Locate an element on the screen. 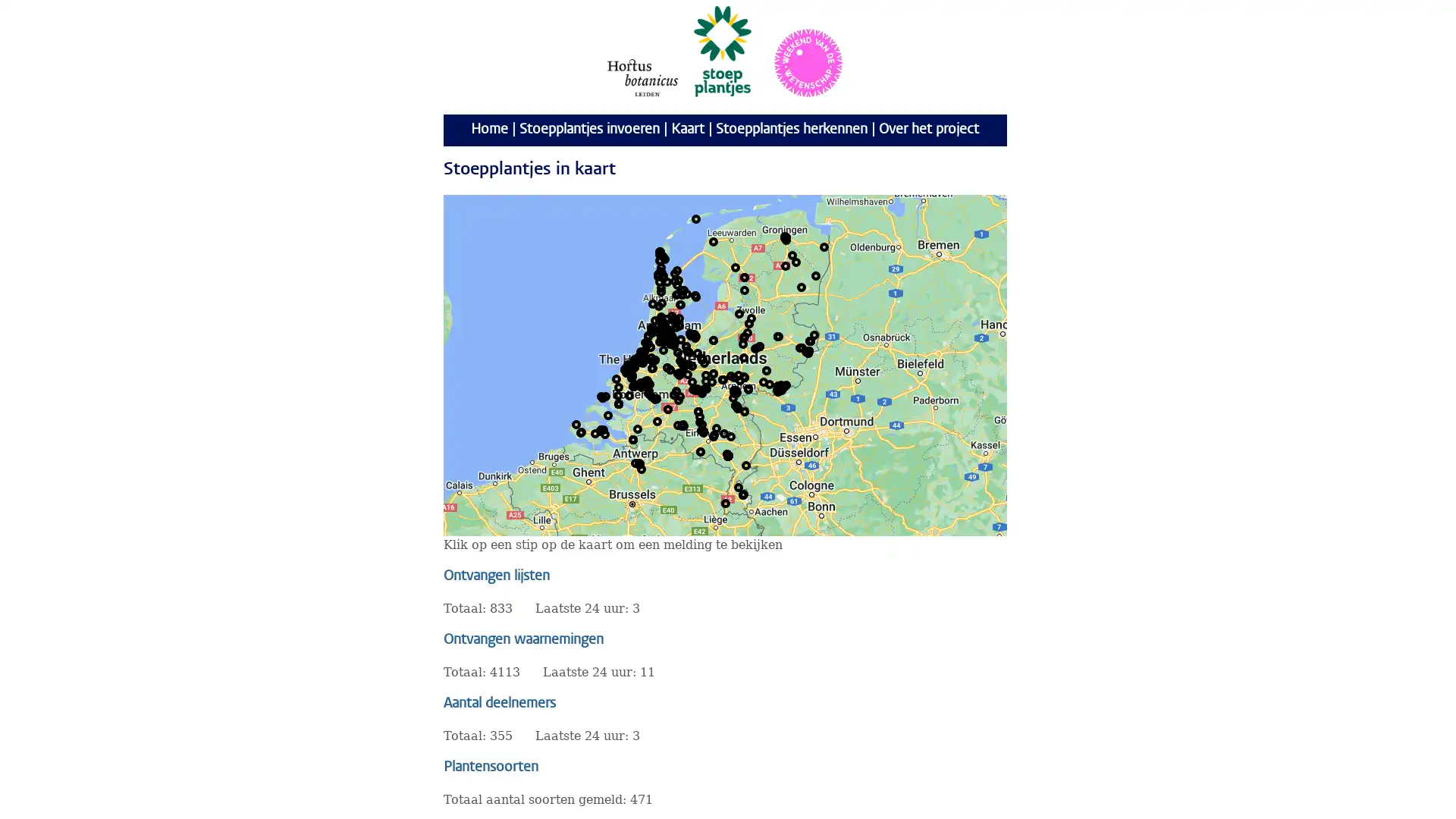  Telling van Christien Janson op 01 juni 2022 is located at coordinates (689, 332).